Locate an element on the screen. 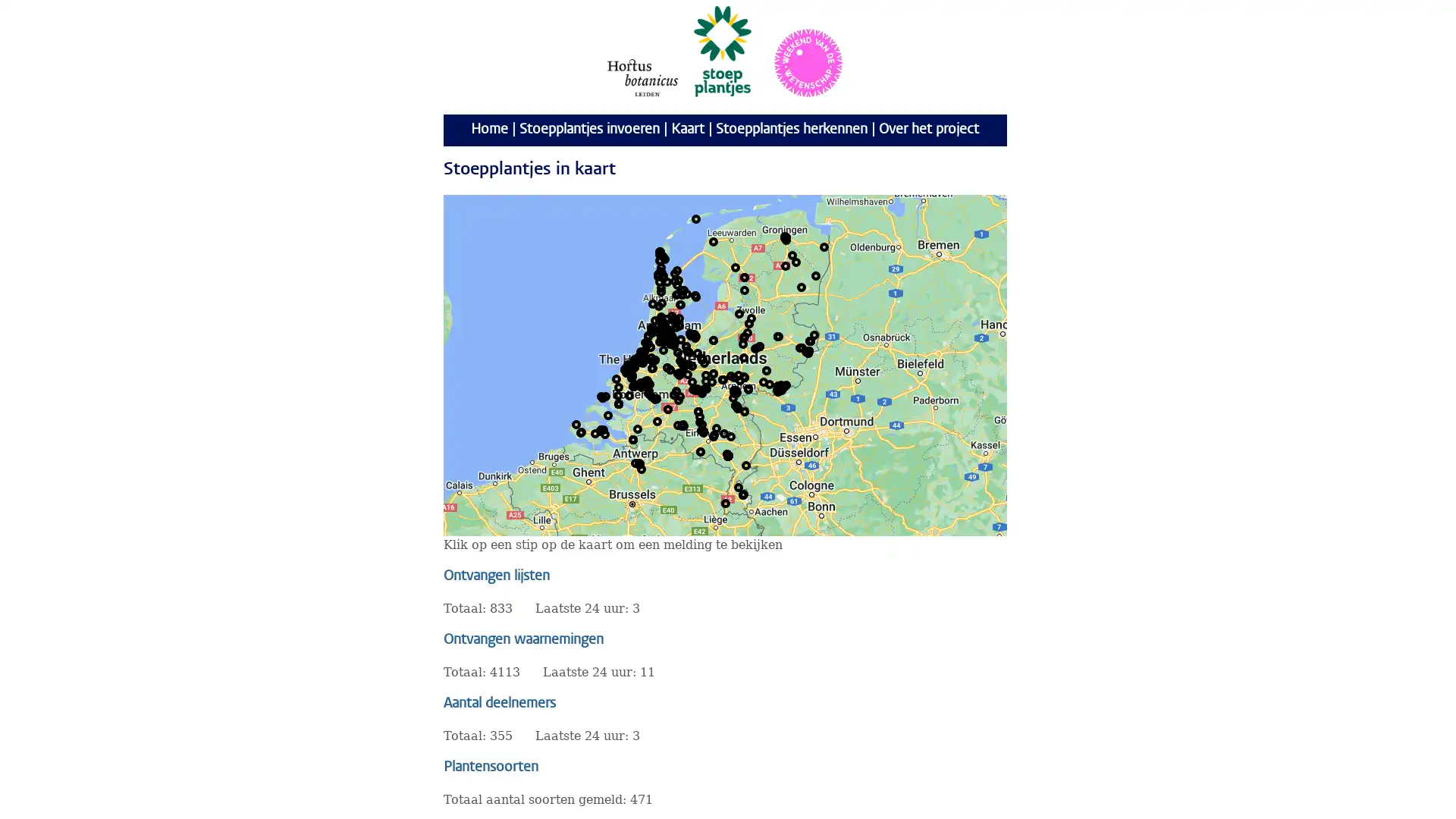  Telling van Christien Janson op 01 juni 2022 is located at coordinates (689, 332).